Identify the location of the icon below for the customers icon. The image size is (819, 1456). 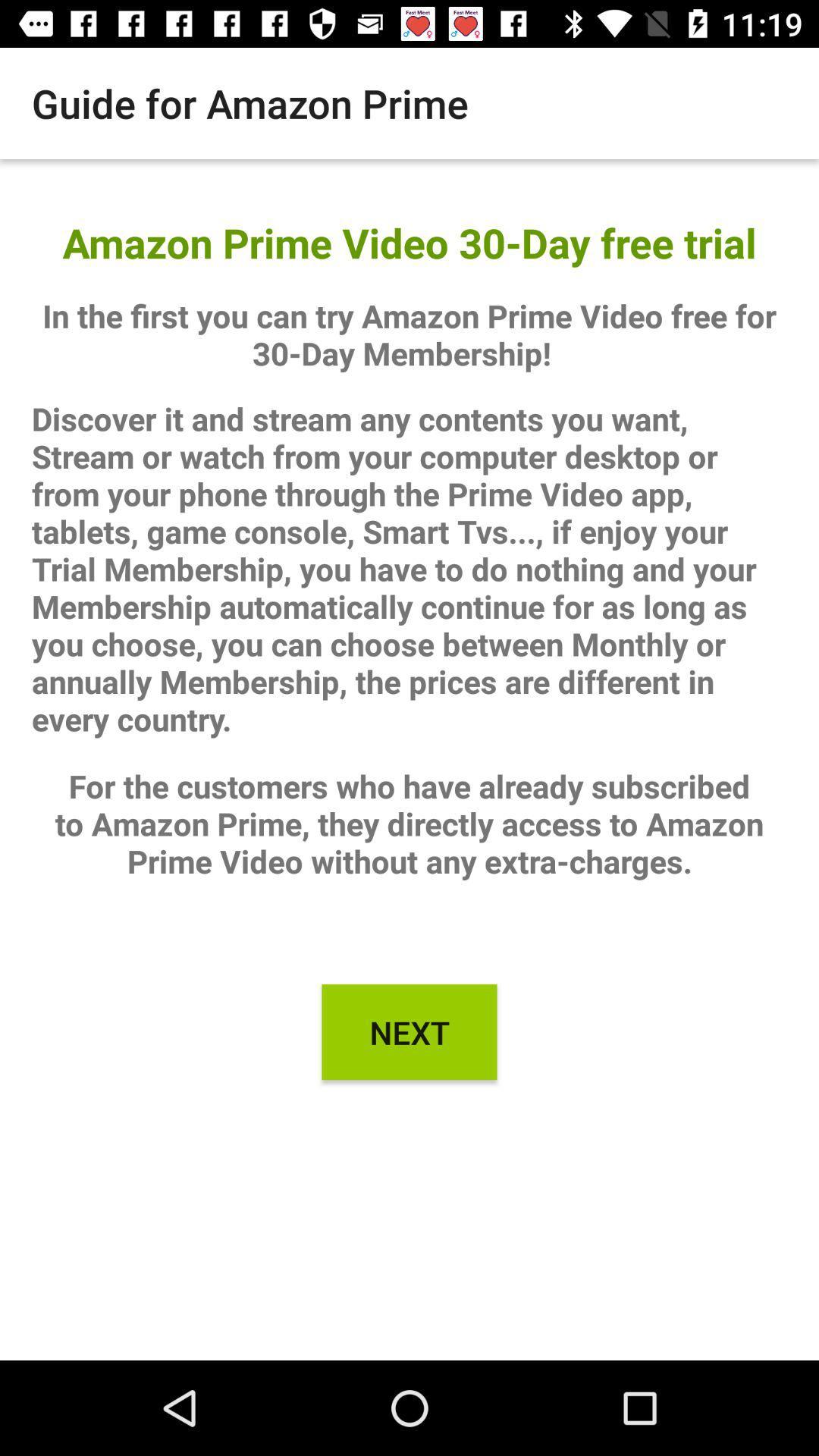
(409, 1031).